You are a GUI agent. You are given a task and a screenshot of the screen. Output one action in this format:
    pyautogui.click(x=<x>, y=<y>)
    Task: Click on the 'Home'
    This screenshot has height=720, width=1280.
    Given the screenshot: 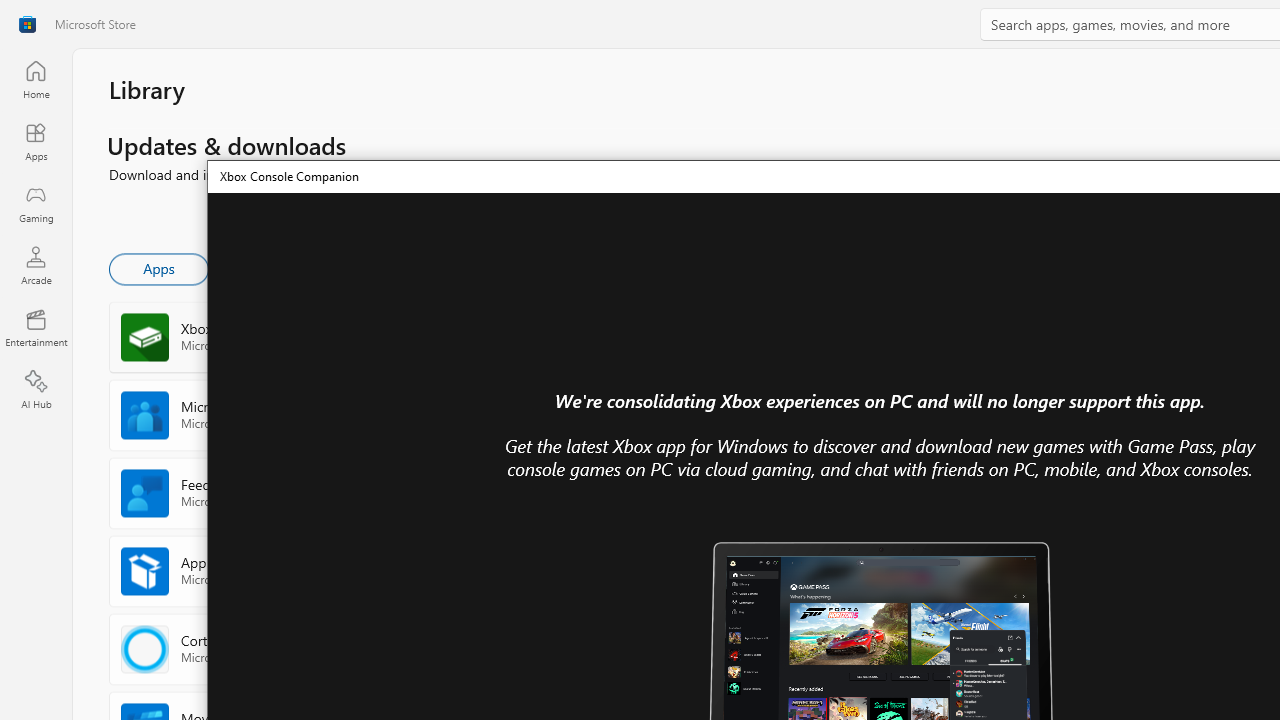 What is the action you would take?
    pyautogui.click(x=35, y=78)
    